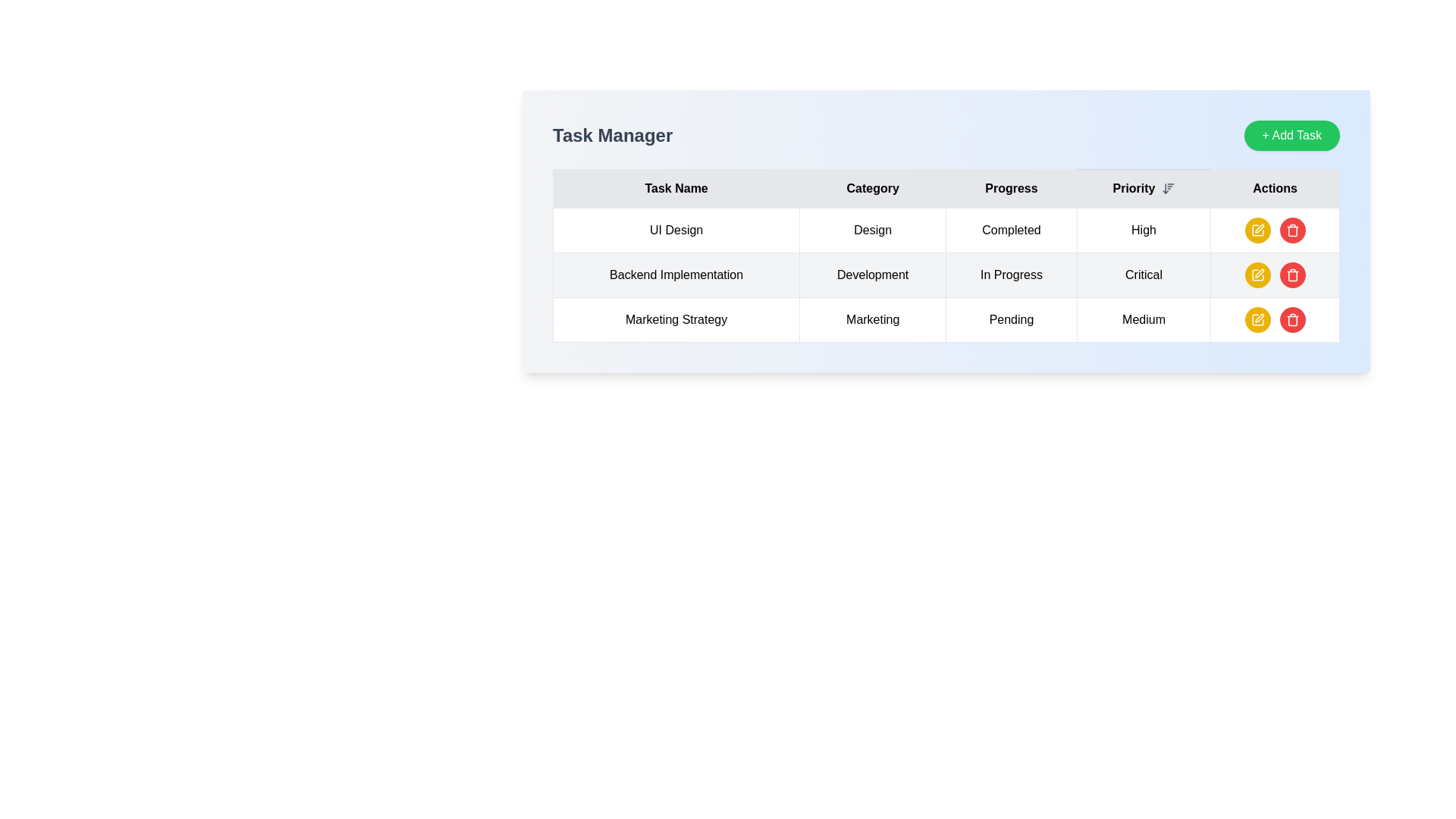 The height and width of the screenshot is (819, 1456). Describe the element at coordinates (1012, 318) in the screenshot. I see `the 'Pending' text label in the 'Progress' column of the last row of the task management table for 'Marketing Strategy' with Medium priority` at that location.